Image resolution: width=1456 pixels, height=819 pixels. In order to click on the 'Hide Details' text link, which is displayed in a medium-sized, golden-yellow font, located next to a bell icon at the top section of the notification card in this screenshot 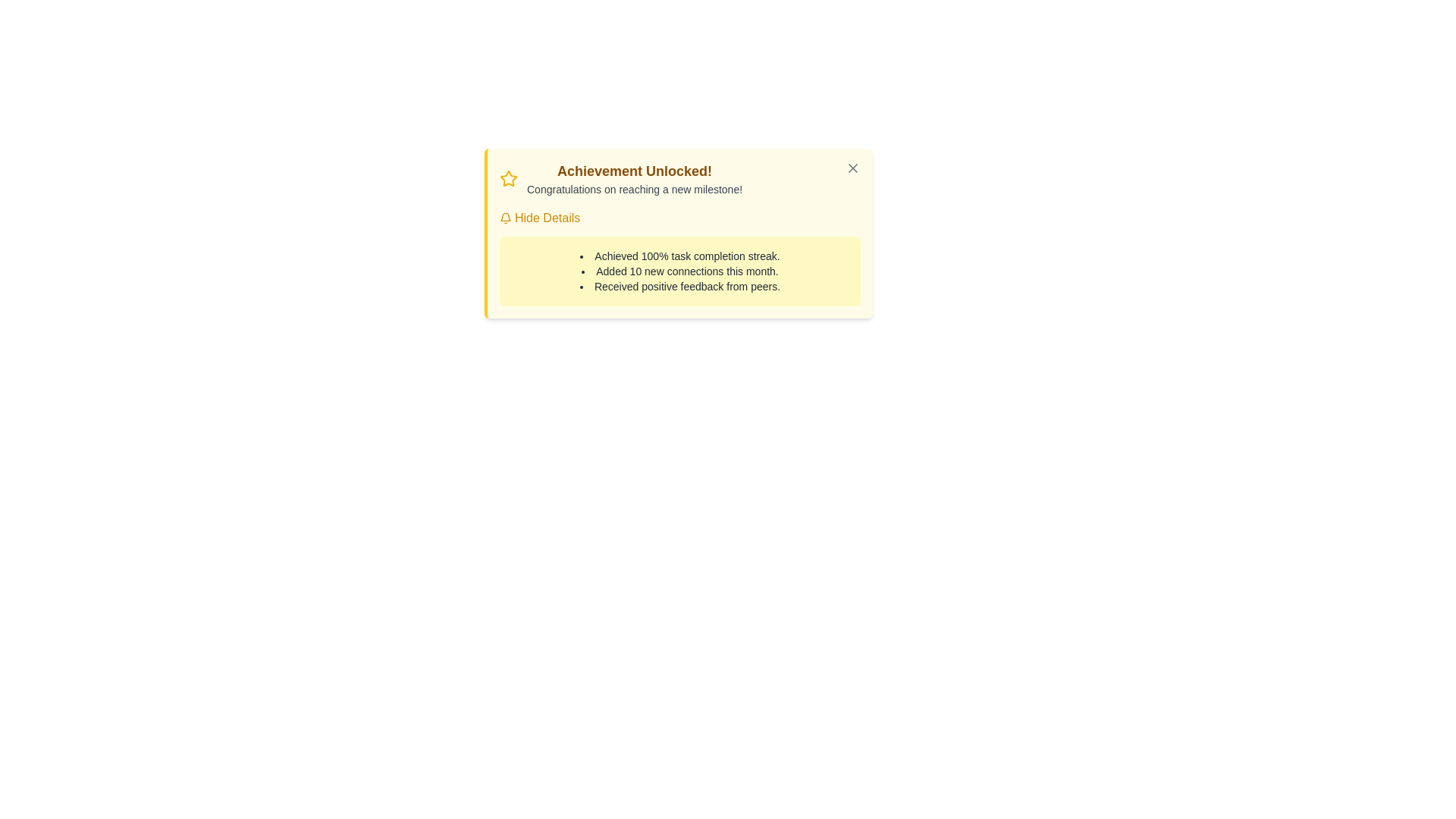, I will do `click(546, 218)`.